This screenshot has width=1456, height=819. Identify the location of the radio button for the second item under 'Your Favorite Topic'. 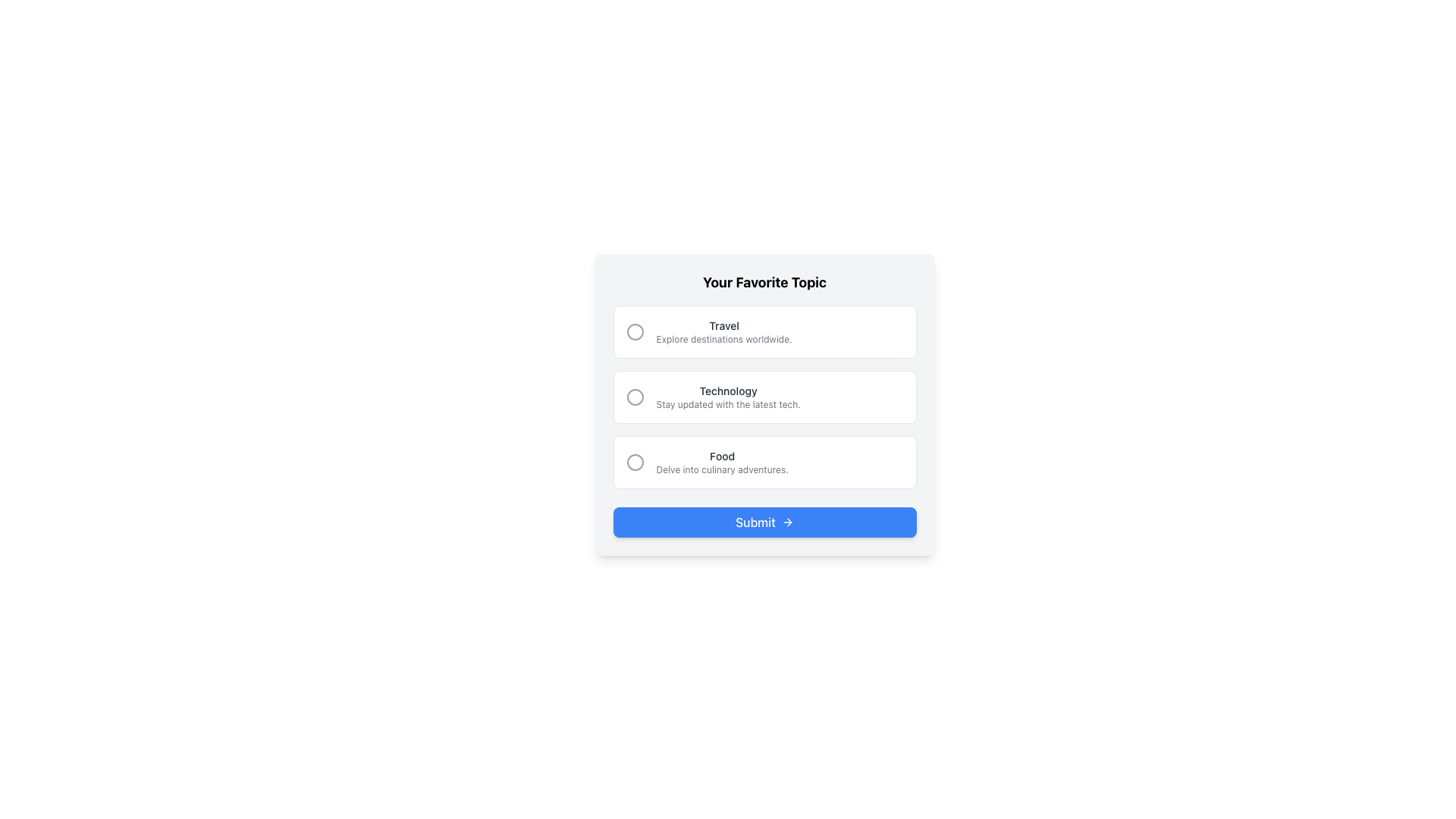
(635, 397).